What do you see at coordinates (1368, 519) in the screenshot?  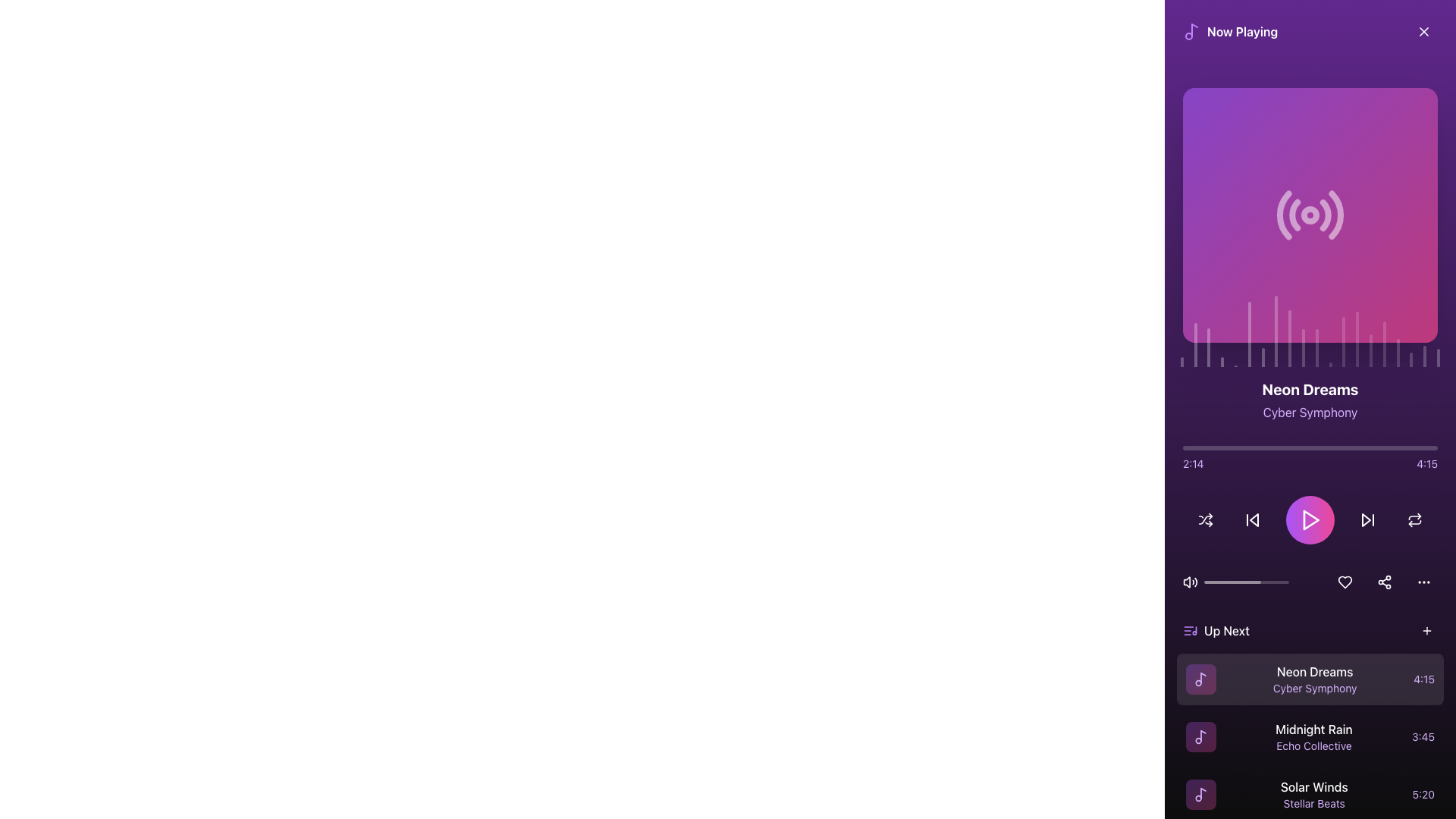 I see `the 'next track' button, which is an interactive icon with a rightward triangle on a purple background, located as the fourth icon from the left` at bounding box center [1368, 519].